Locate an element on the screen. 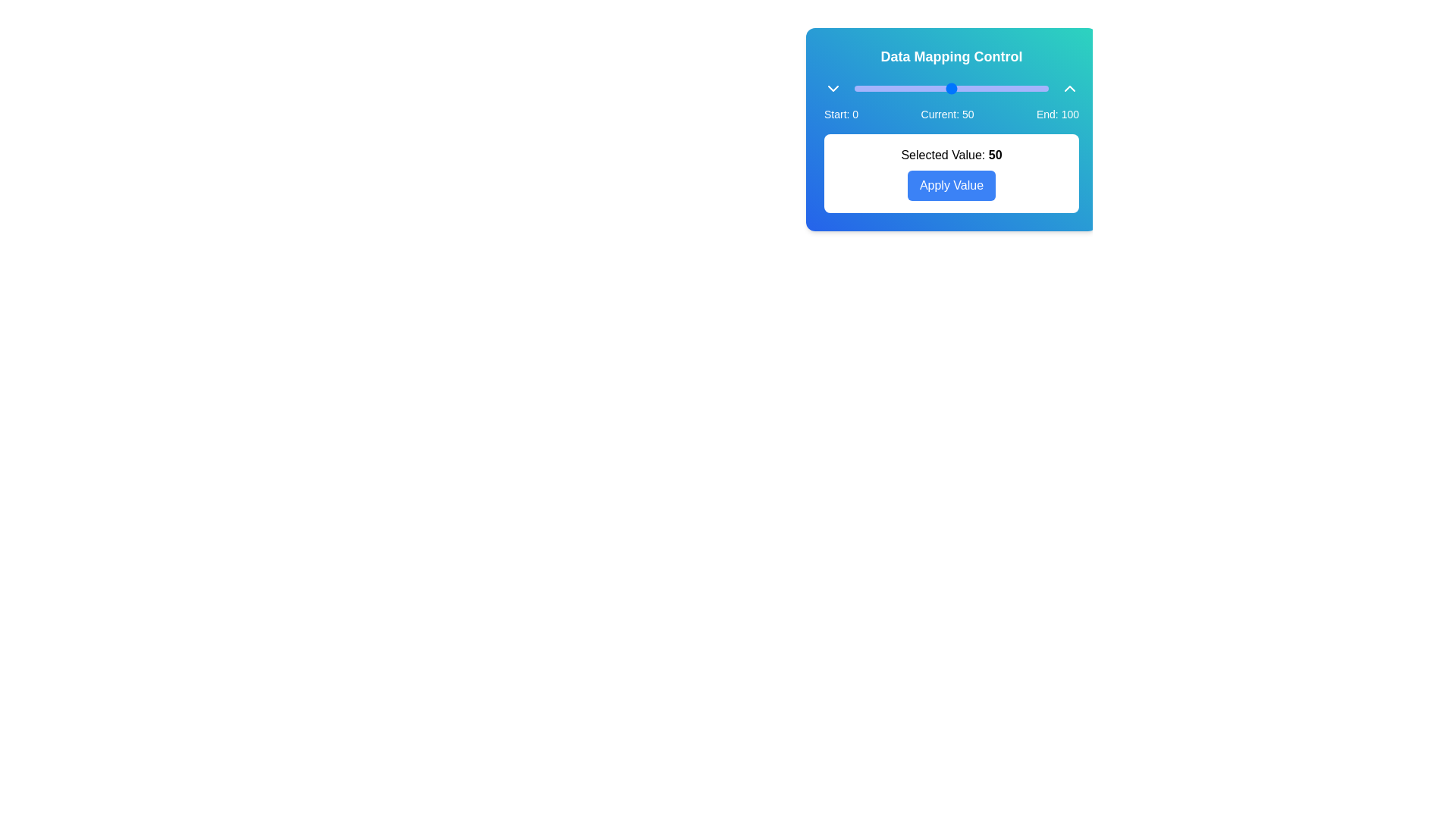  the slider is located at coordinates (959, 88).